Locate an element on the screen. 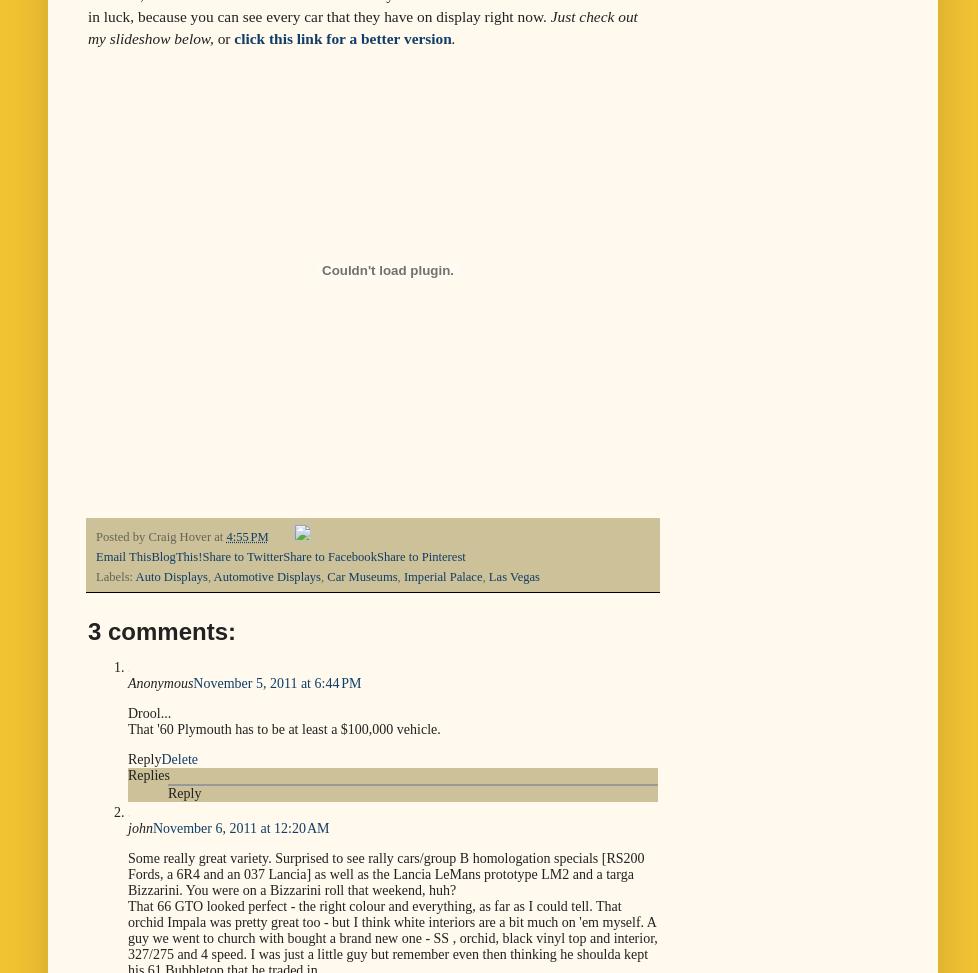  'Share to Twitter' is located at coordinates (242, 557).